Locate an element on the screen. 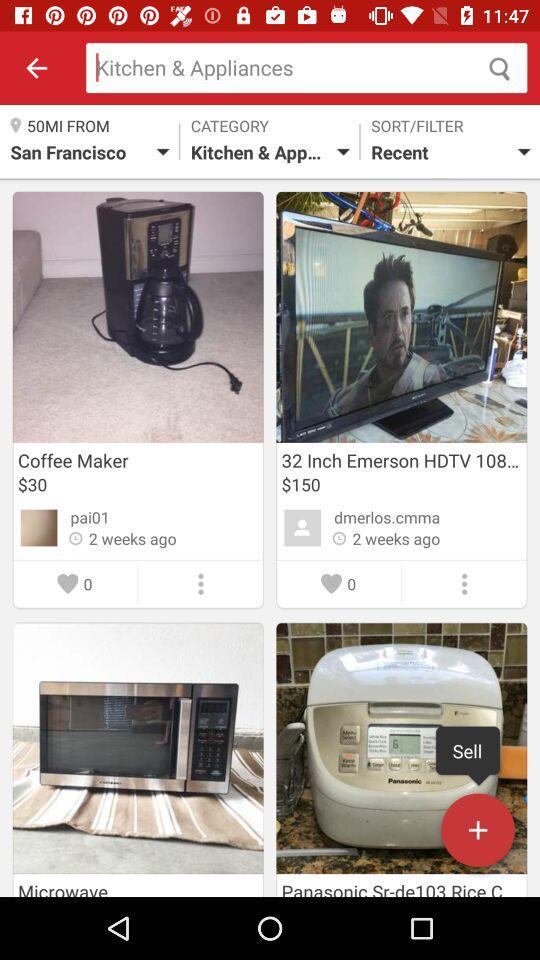 This screenshot has height=960, width=540. the icon on left to the text dmerloscmma on the web page is located at coordinates (301, 527).